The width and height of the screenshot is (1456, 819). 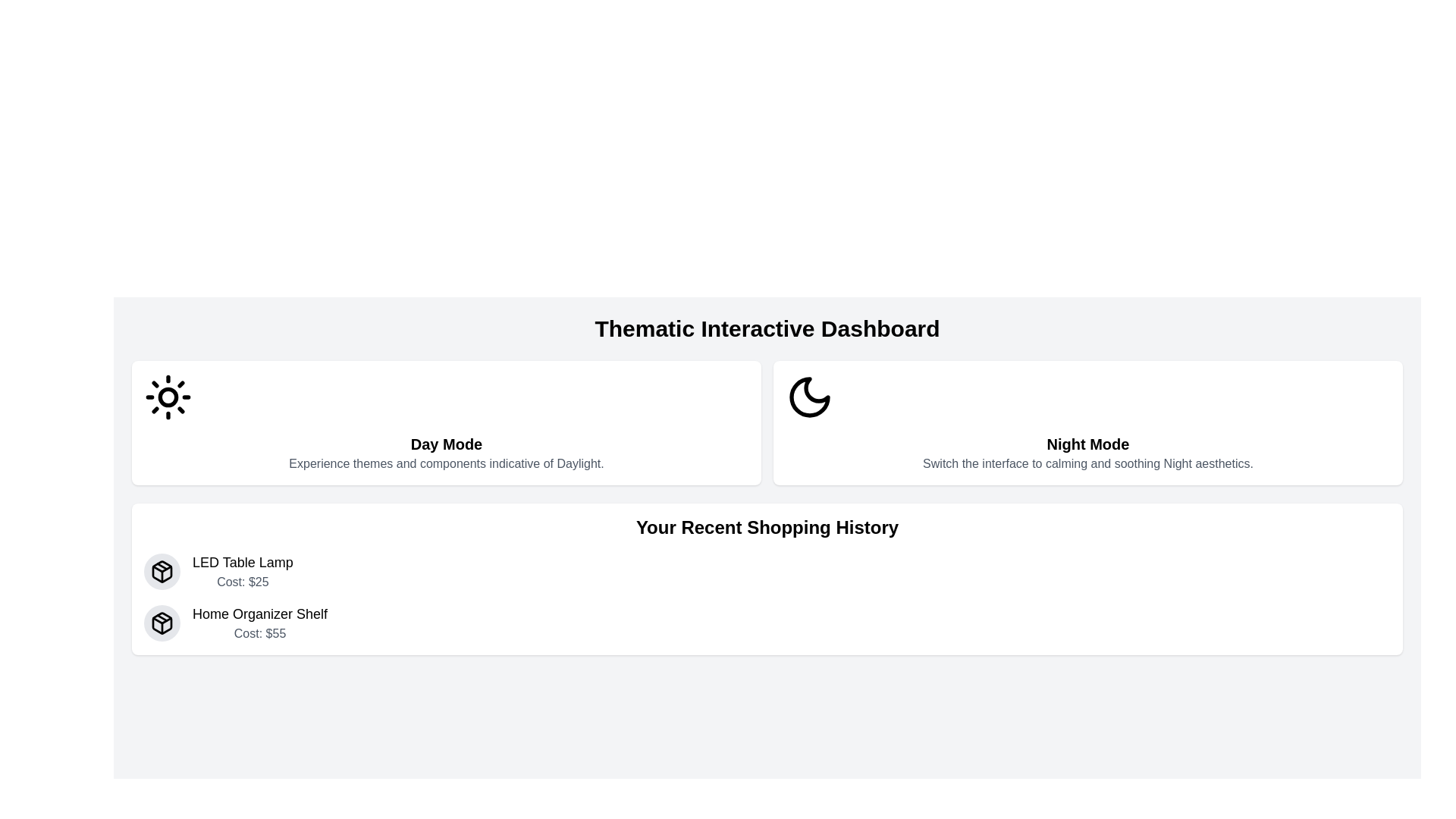 What do you see at coordinates (162, 623) in the screenshot?
I see `the triangularly beveled box shape that resembles a package, which is centrally positioned within the package icon` at bounding box center [162, 623].